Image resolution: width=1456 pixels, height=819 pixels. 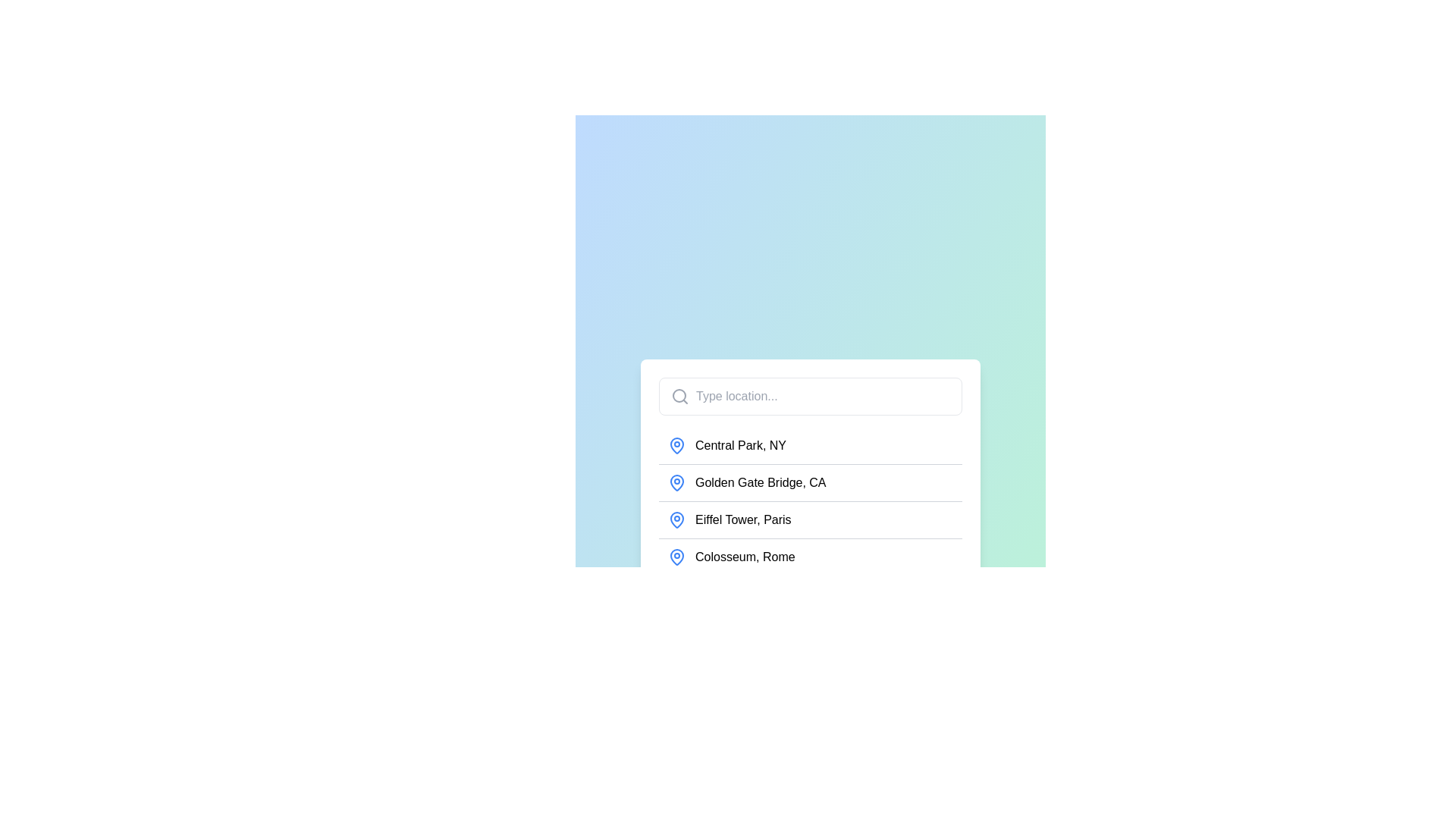 I want to click on the blue pin icon associated with the location 'Golden Gate Bridge, CA' in the list of locations, so click(x=676, y=482).